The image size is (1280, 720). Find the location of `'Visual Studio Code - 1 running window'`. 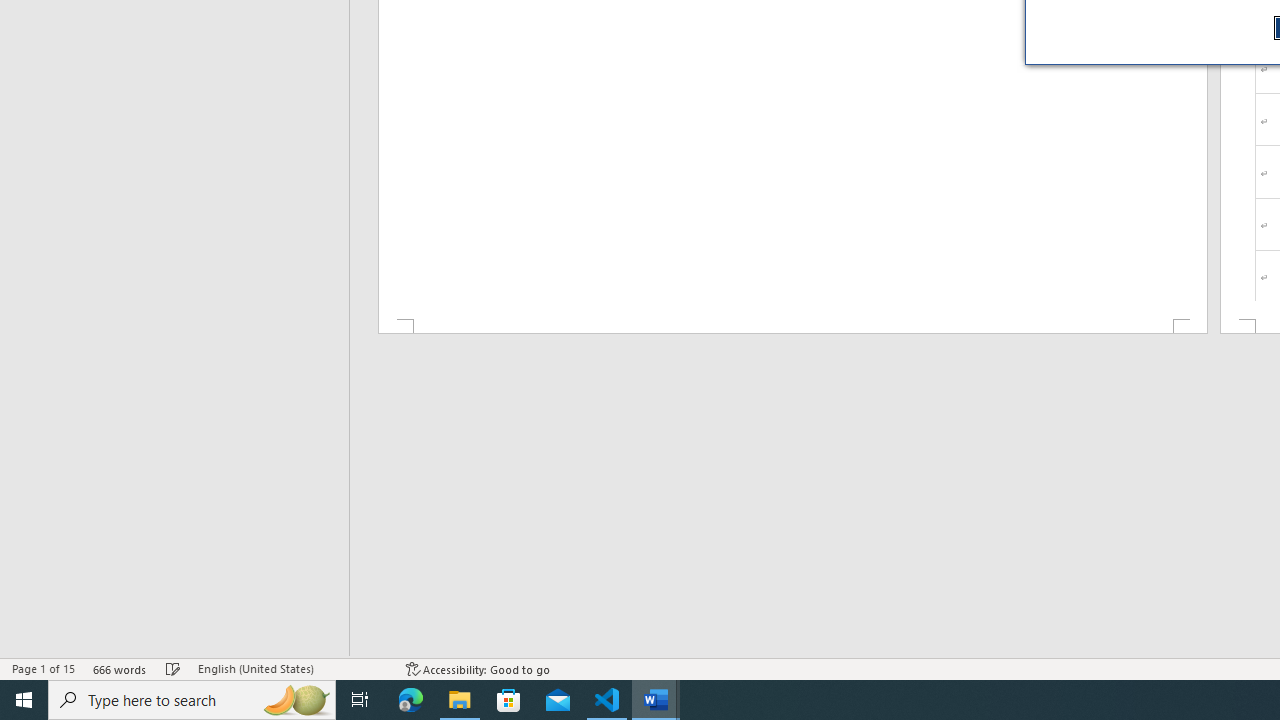

'Visual Studio Code - 1 running window' is located at coordinates (606, 698).